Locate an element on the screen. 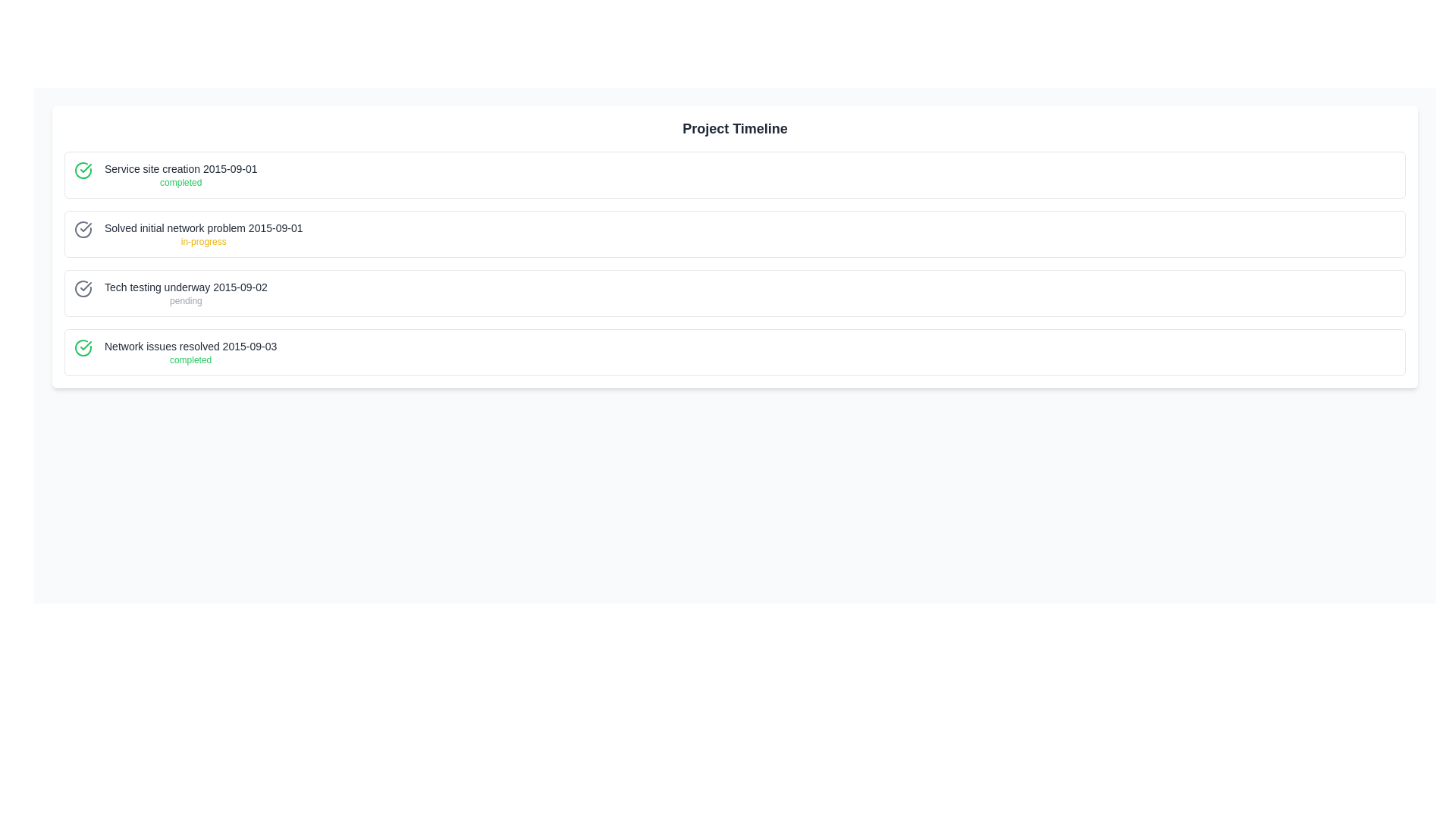 Image resolution: width=1456 pixels, height=819 pixels. status label indicating the current status of the associated timeline entry as 'pending', located below 'Tech testing underway 2015-09-02' in the third entry of a vertical list of status items is located at coordinates (185, 301).